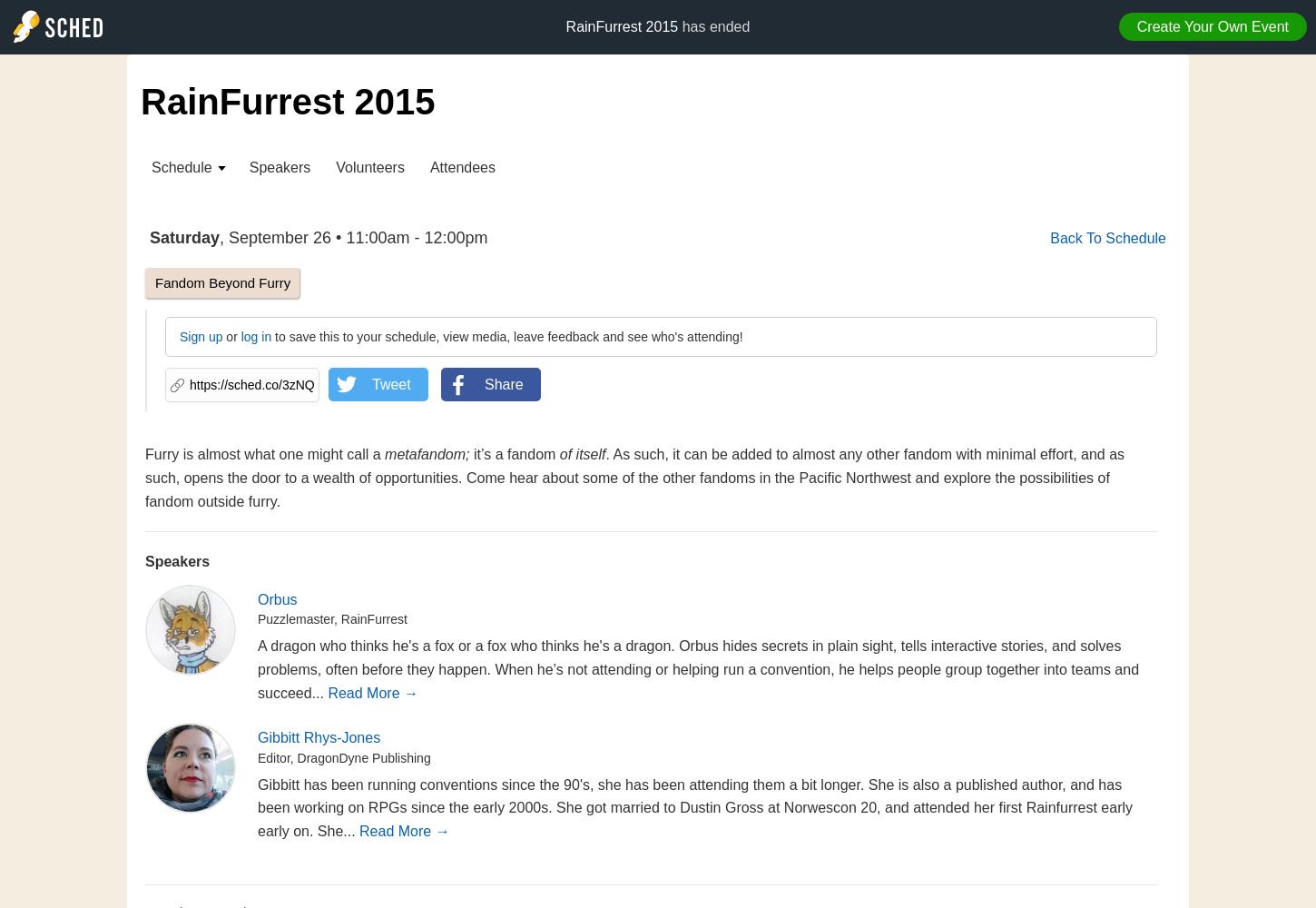 The height and width of the screenshot is (908, 1316). Describe the element at coordinates (241, 336) in the screenshot. I see `'log in'` at that location.